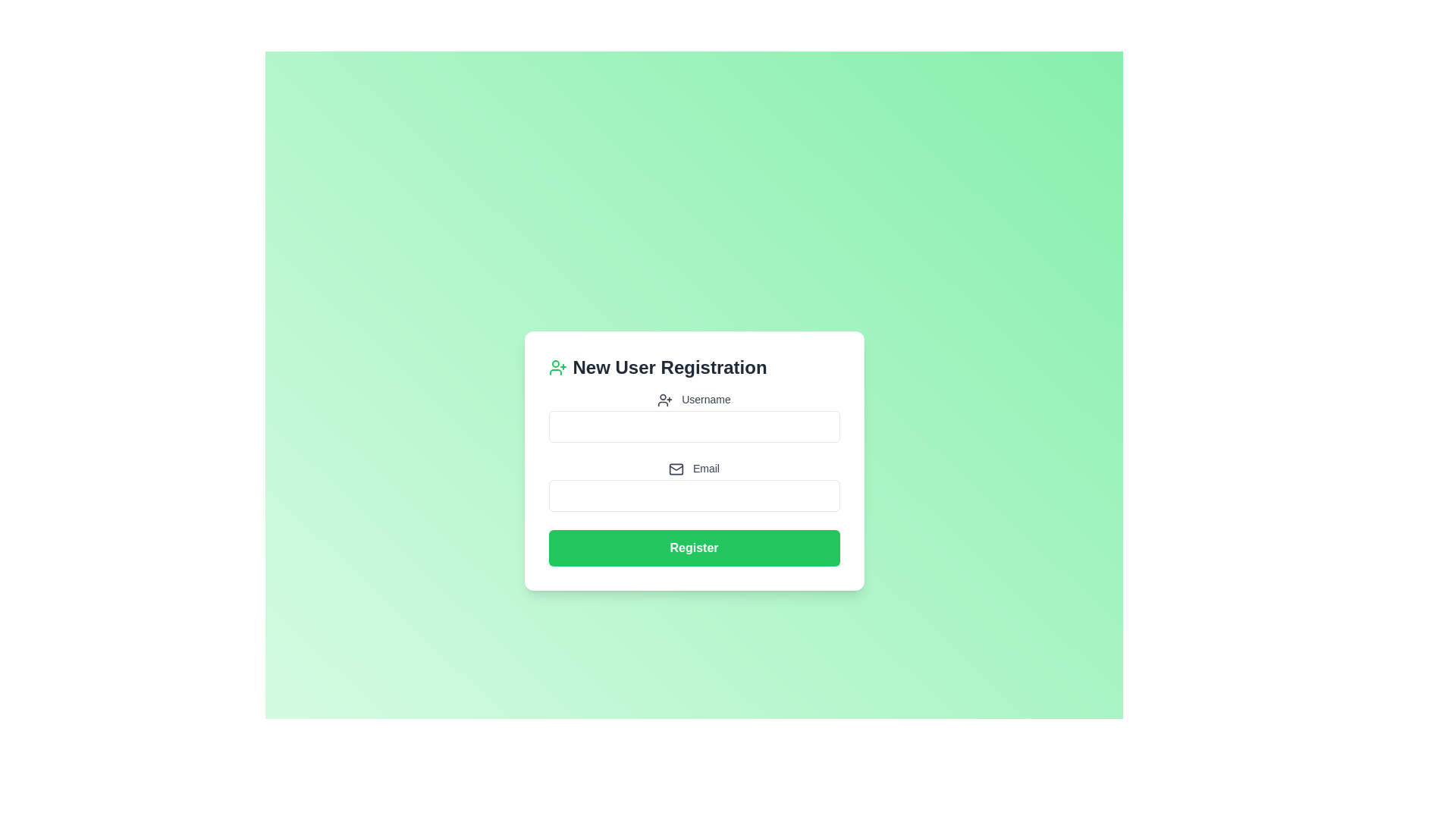  I want to click on the 'Register' button, which is a bright green button with bold white text, located at the bottom of the 'New User Registration' form, so click(693, 548).